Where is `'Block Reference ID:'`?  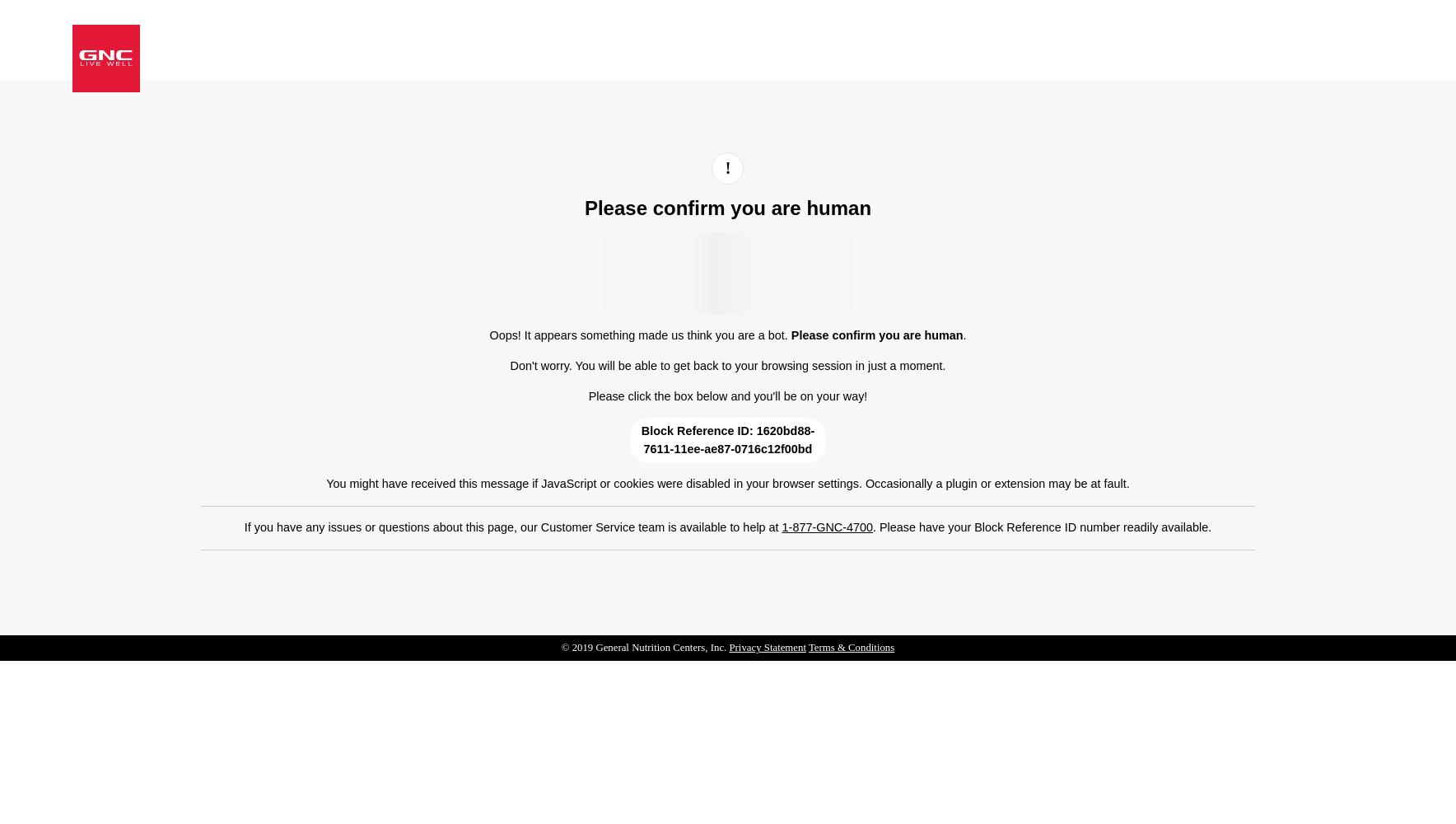 'Block Reference ID:' is located at coordinates (698, 431).